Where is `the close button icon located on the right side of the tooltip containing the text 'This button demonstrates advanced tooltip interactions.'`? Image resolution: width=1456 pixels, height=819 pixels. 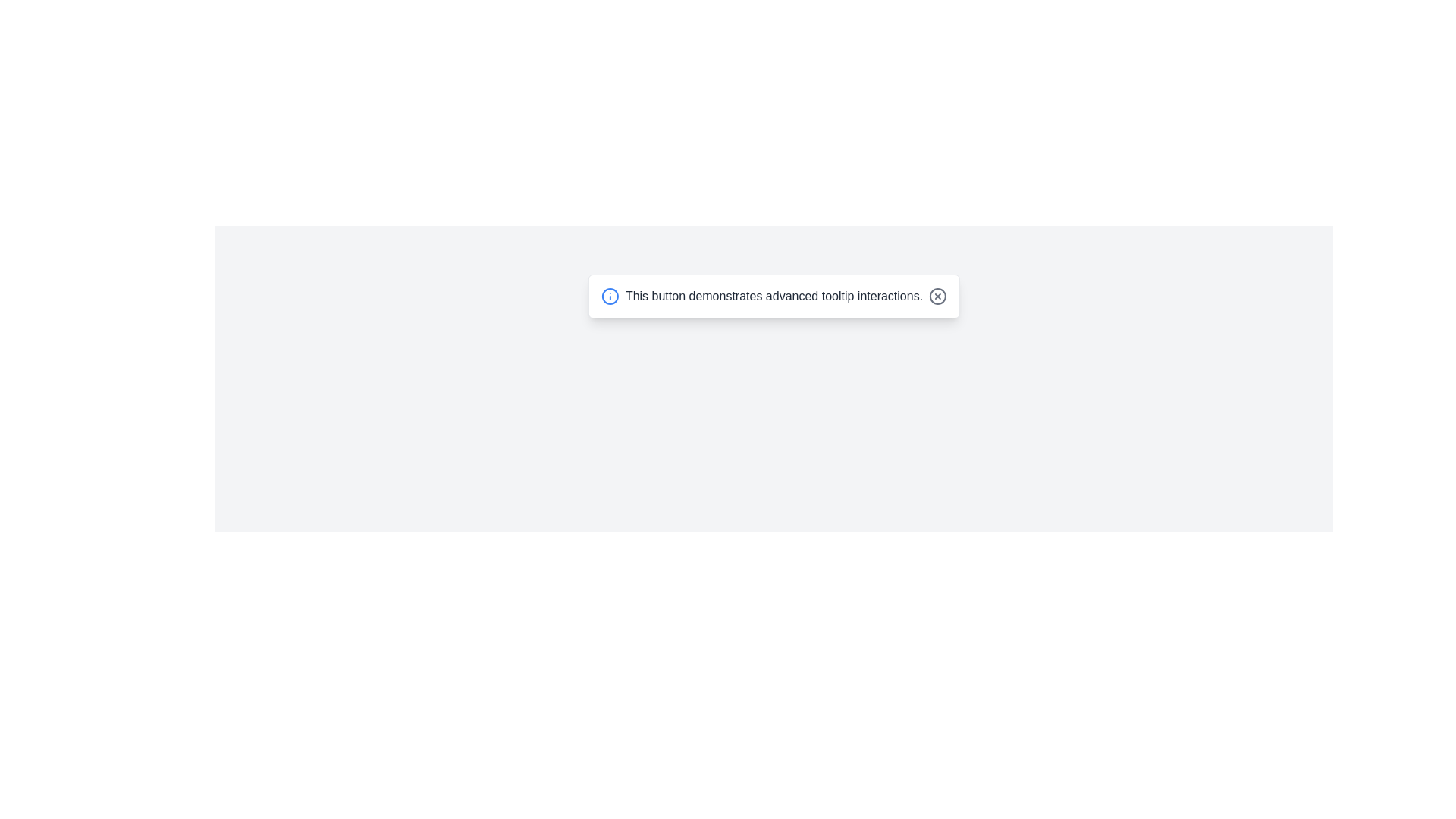 the close button icon located on the right side of the tooltip containing the text 'This button demonstrates advanced tooltip interactions.' is located at coordinates (937, 296).